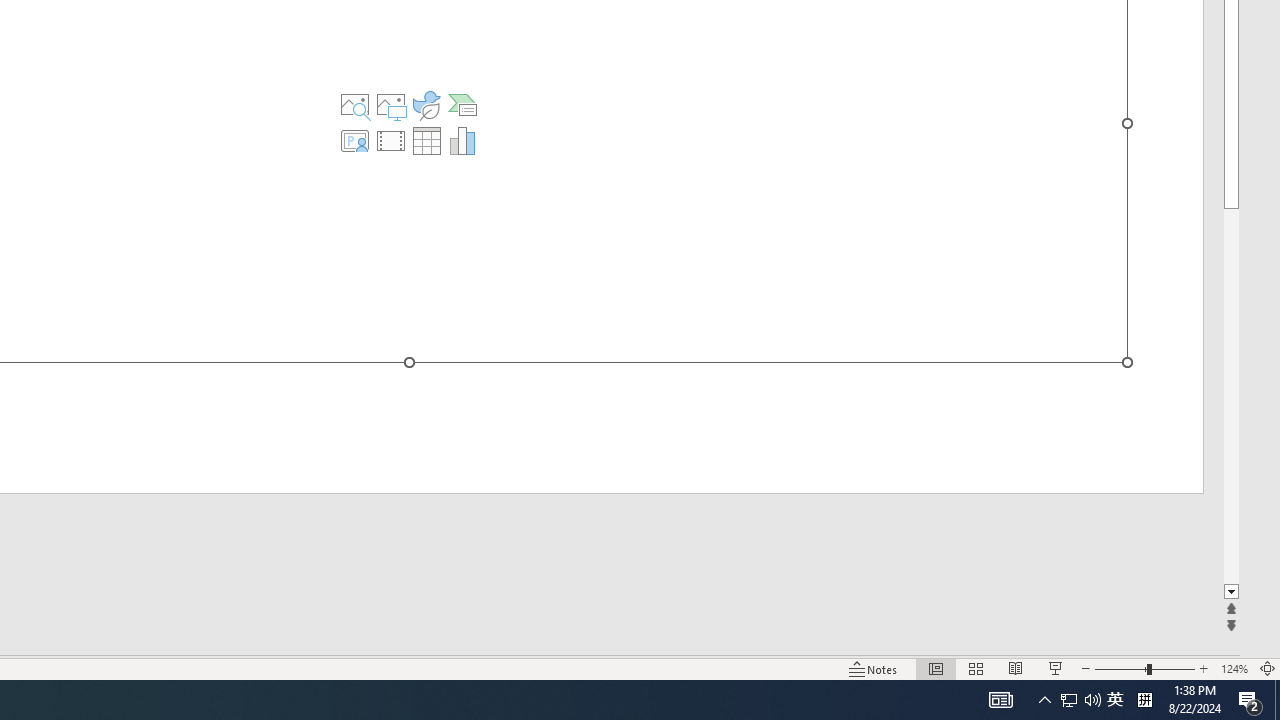 Image resolution: width=1280 pixels, height=720 pixels. I want to click on 'Insert Table', so click(425, 140).